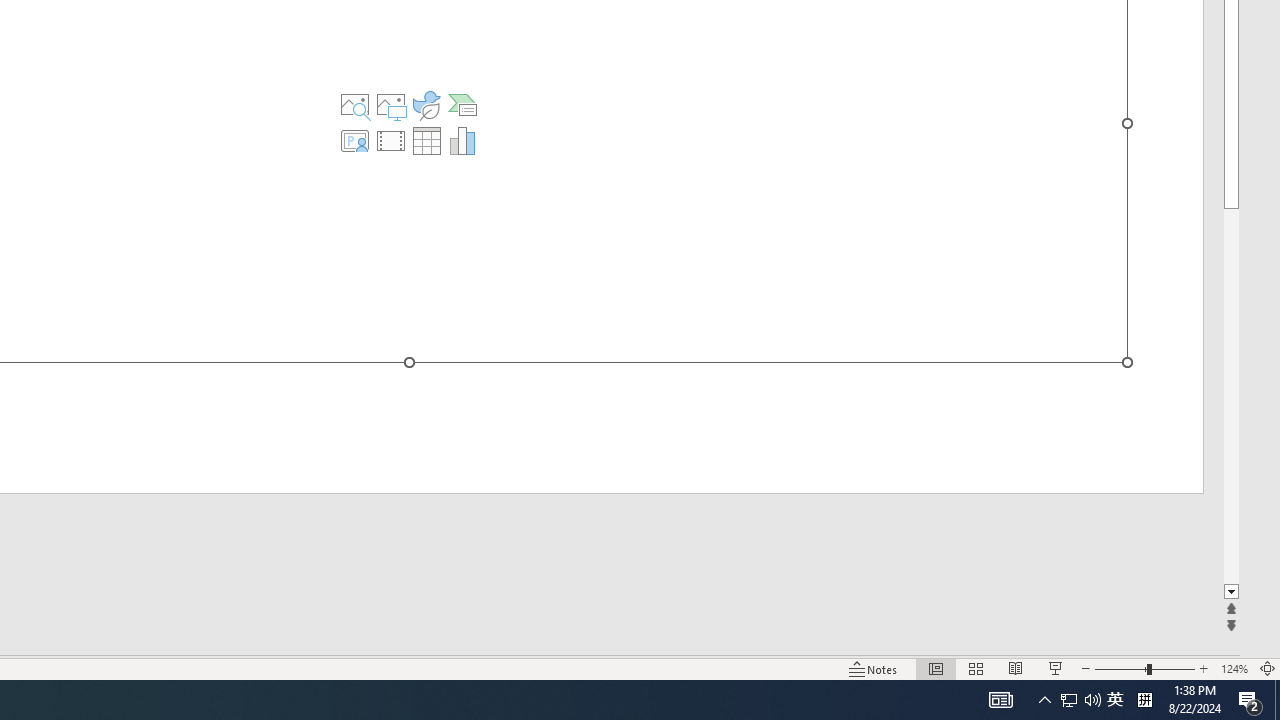 Image resolution: width=1280 pixels, height=720 pixels. I want to click on 'Insert Table', so click(425, 140).